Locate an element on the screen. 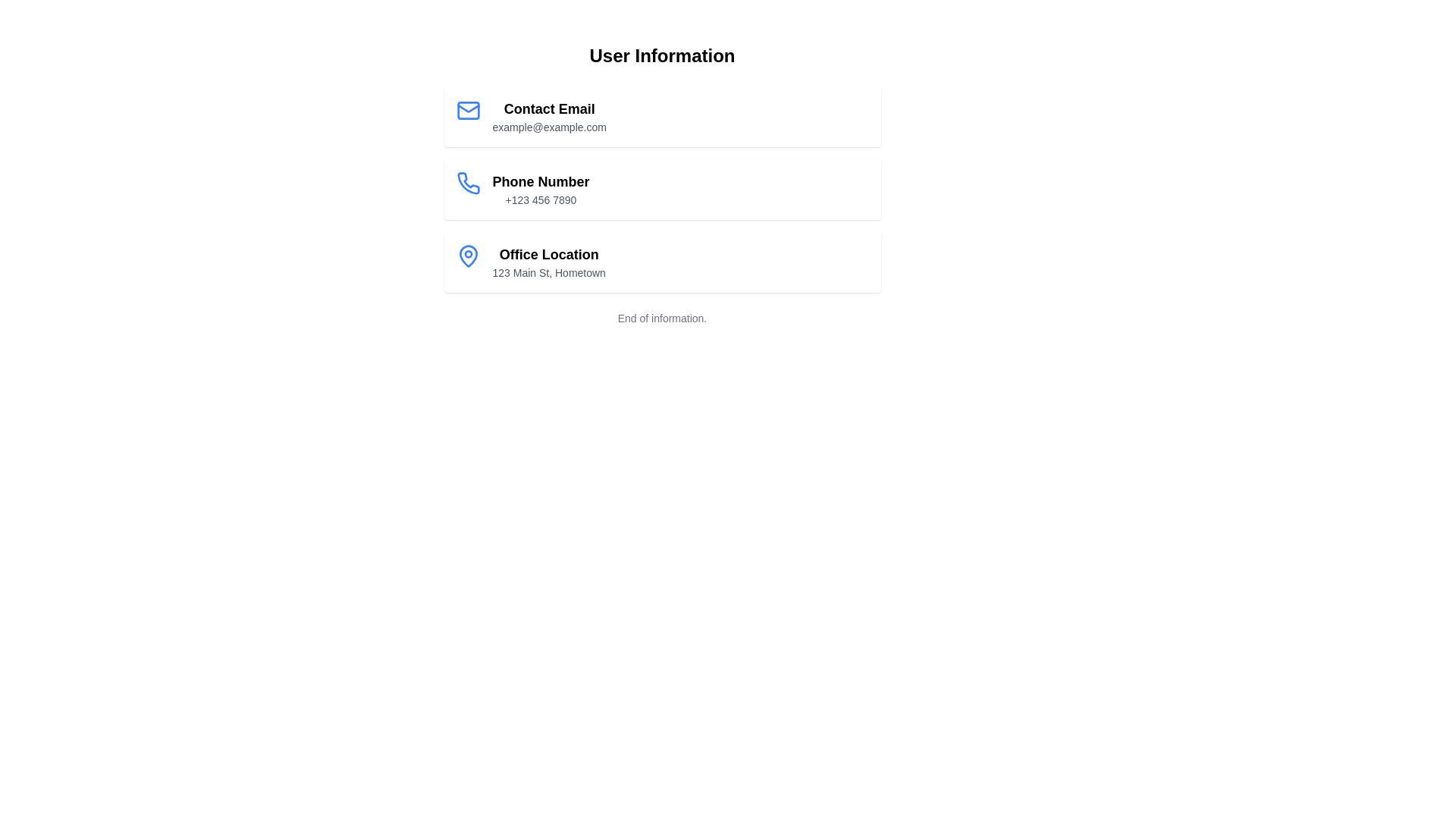  the phone handset icon in the 'Phone Number' row labeled '+123 456 7890' within the user information section is located at coordinates (467, 182).